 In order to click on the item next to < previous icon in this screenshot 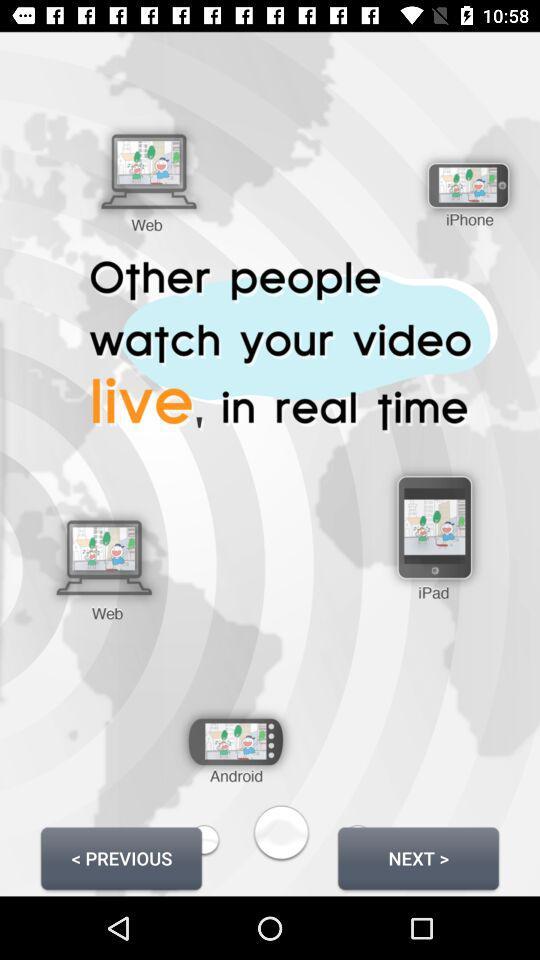, I will do `click(417, 857)`.